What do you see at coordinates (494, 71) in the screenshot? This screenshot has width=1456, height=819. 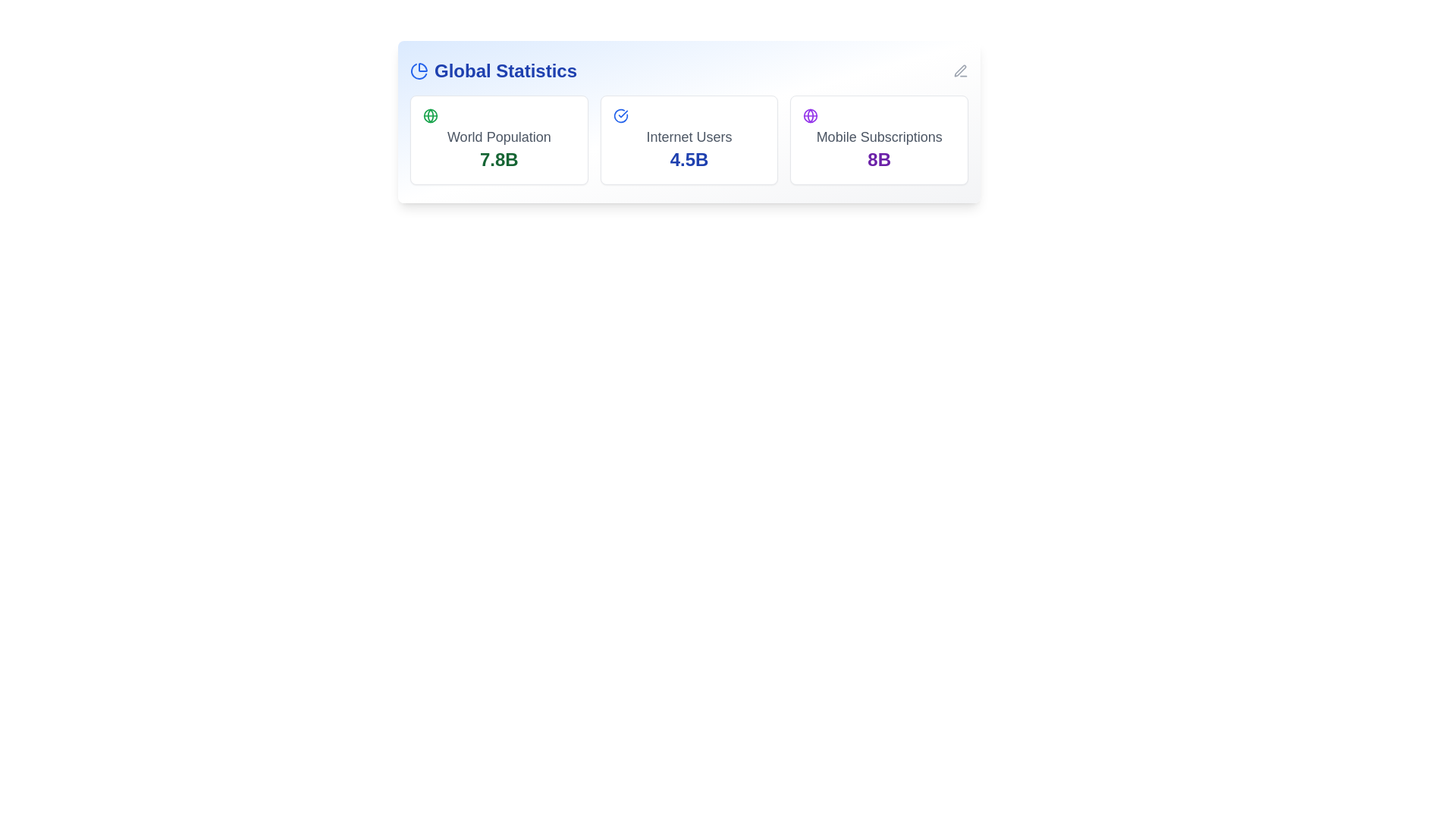 I see `the text label that indicates global statistics for navigation` at bounding box center [494, 71].